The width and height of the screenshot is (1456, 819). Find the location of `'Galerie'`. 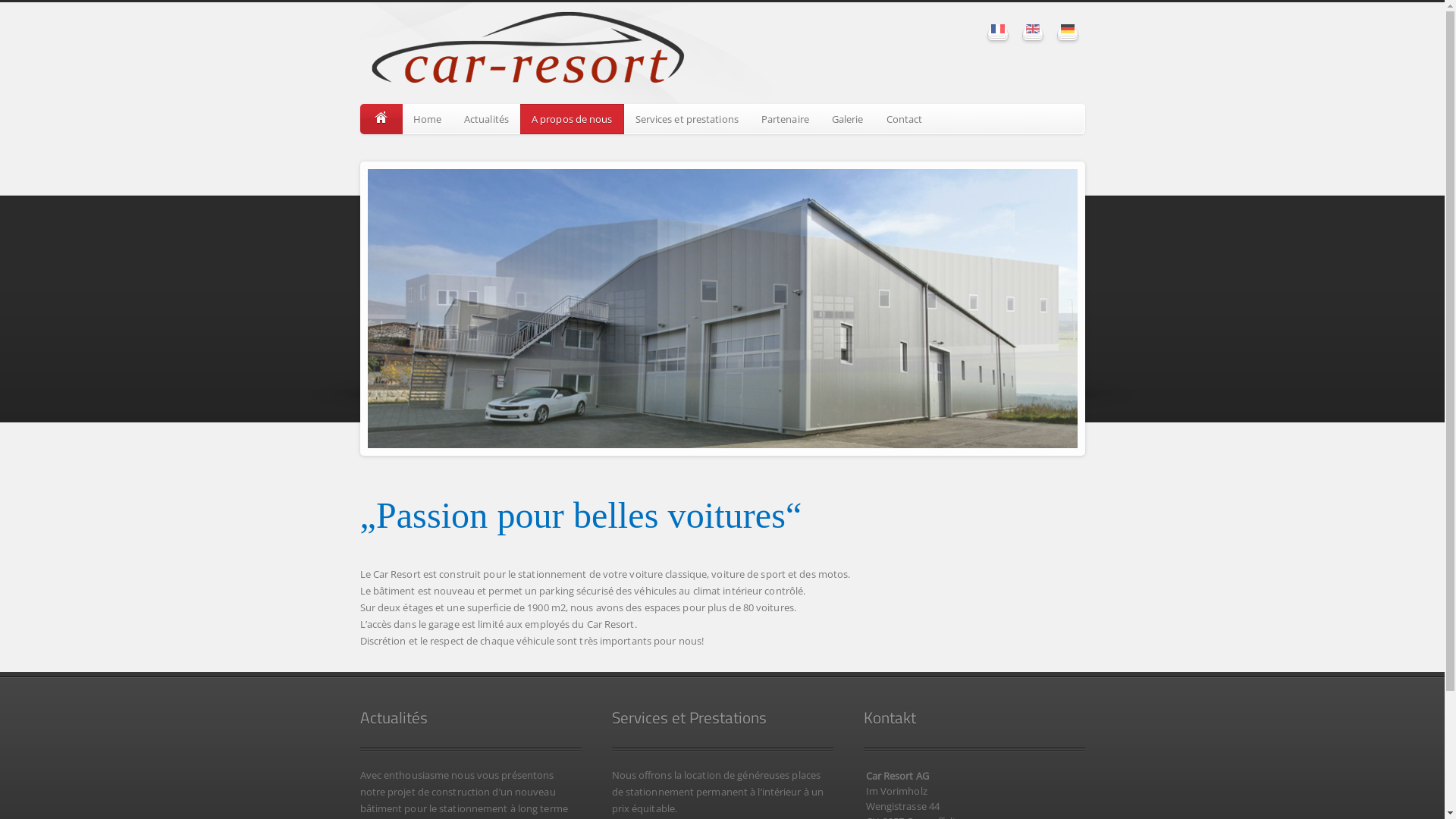

'Galerie' is located at coordinates (819, 118).